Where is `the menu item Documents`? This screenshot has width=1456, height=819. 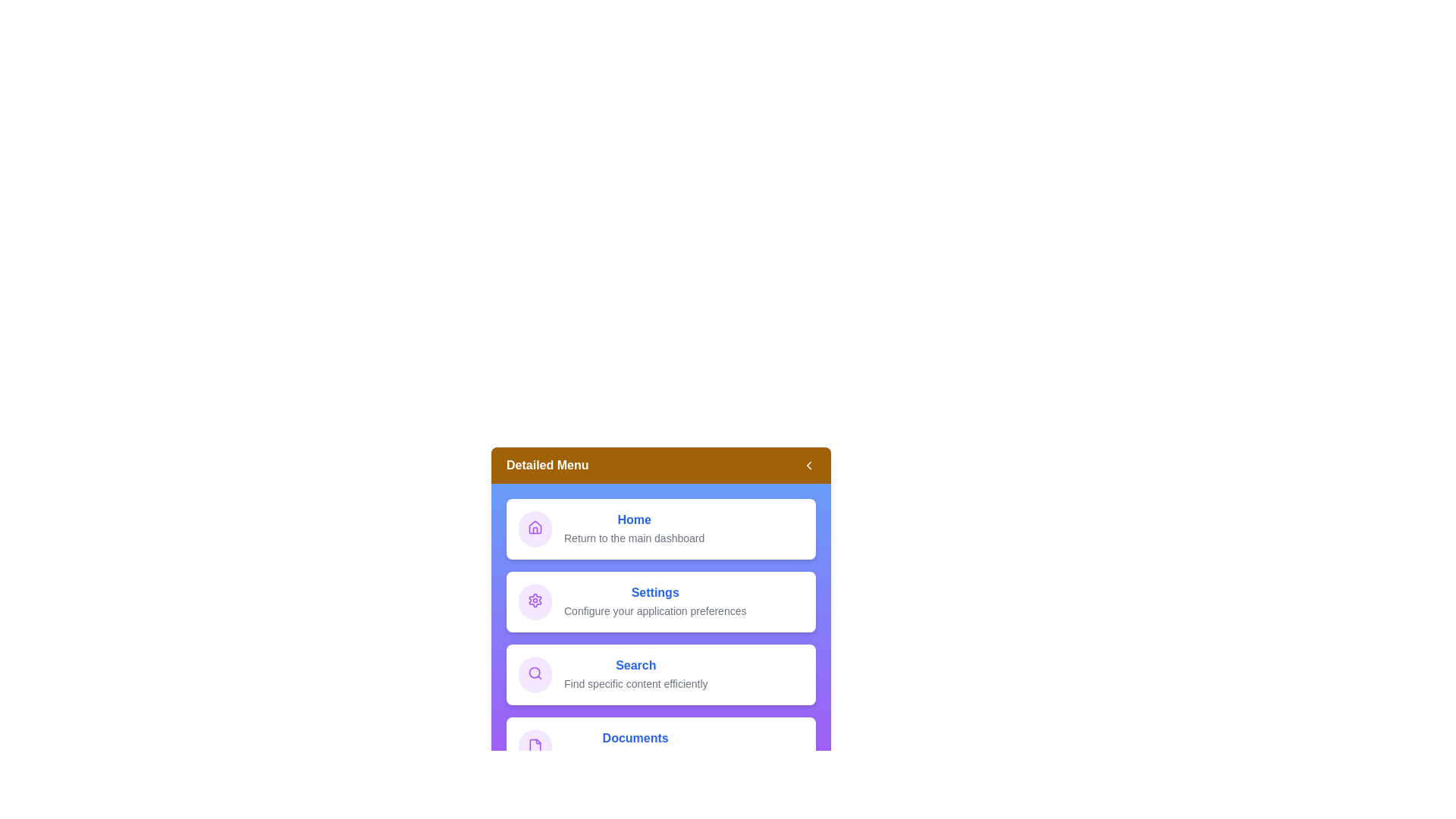
the menu item Documents is located at coordinates (661, 747).